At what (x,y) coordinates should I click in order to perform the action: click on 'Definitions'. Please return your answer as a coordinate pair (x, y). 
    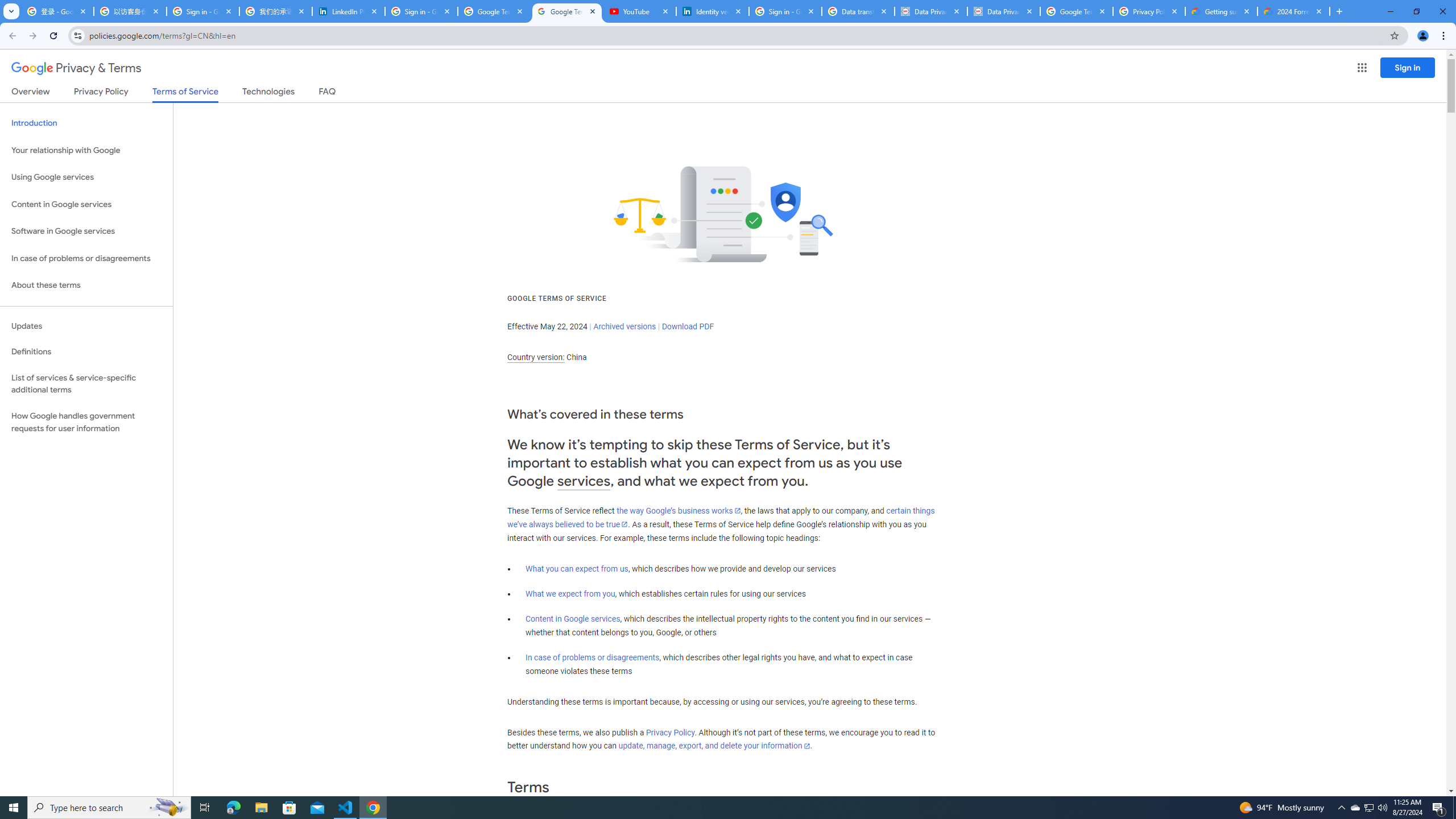
    Looking at the image, I should click on (86, 351).